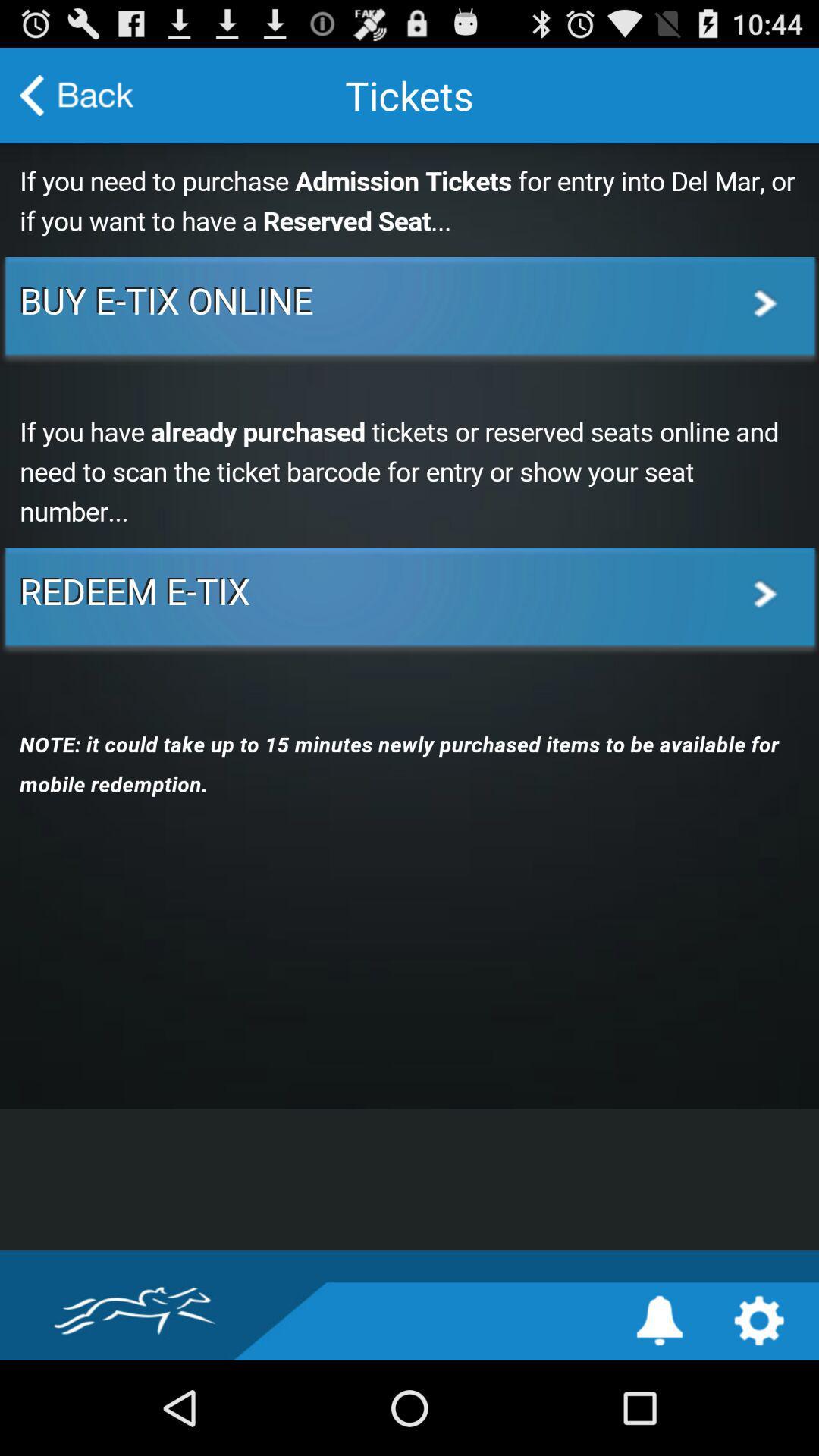 This screenshot has height=1456, width=819. What do you see at coordinates (759, 1319) in the screenshot?
I see `setting box` at bounding box center [759, 1319].